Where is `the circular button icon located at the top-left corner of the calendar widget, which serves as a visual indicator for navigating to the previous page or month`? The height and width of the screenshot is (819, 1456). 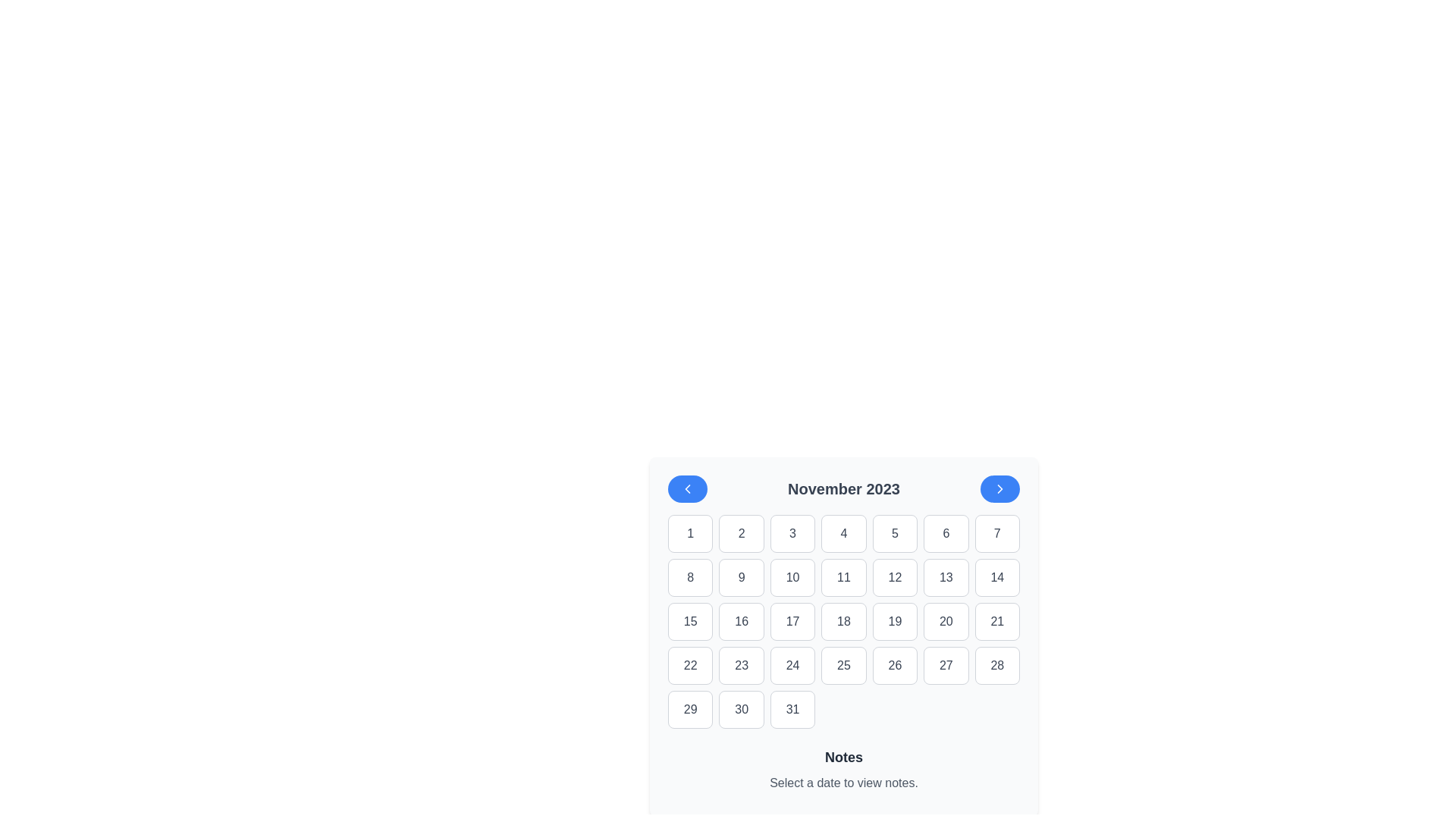 the circular button icon located at the top-left corner of the calendar widget, which serves as a visual indicator for navigating to the previous page or month is located at coordinates (687, 488).